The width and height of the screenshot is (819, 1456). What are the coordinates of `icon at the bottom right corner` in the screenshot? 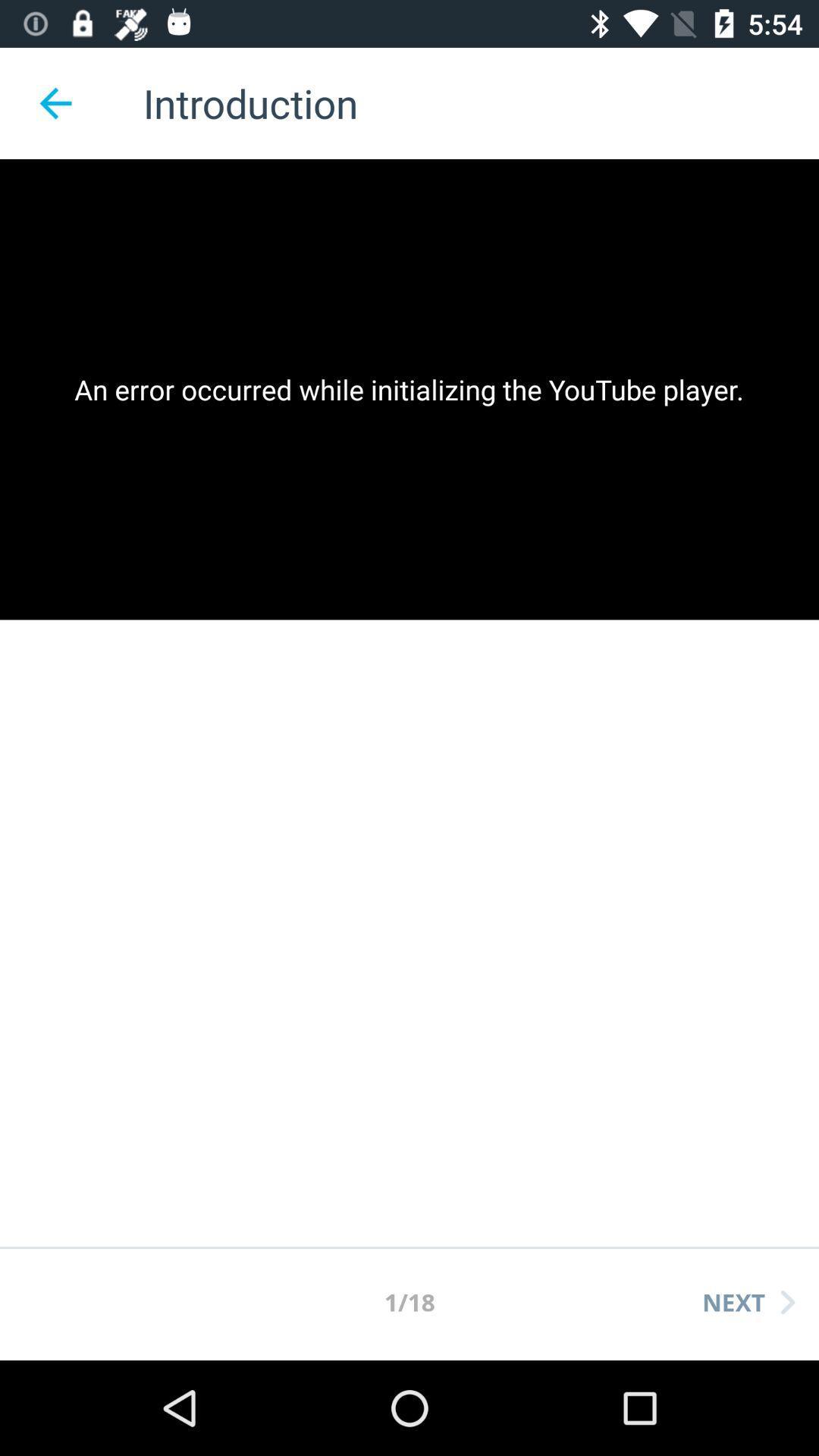 It's located at (748, 1301).